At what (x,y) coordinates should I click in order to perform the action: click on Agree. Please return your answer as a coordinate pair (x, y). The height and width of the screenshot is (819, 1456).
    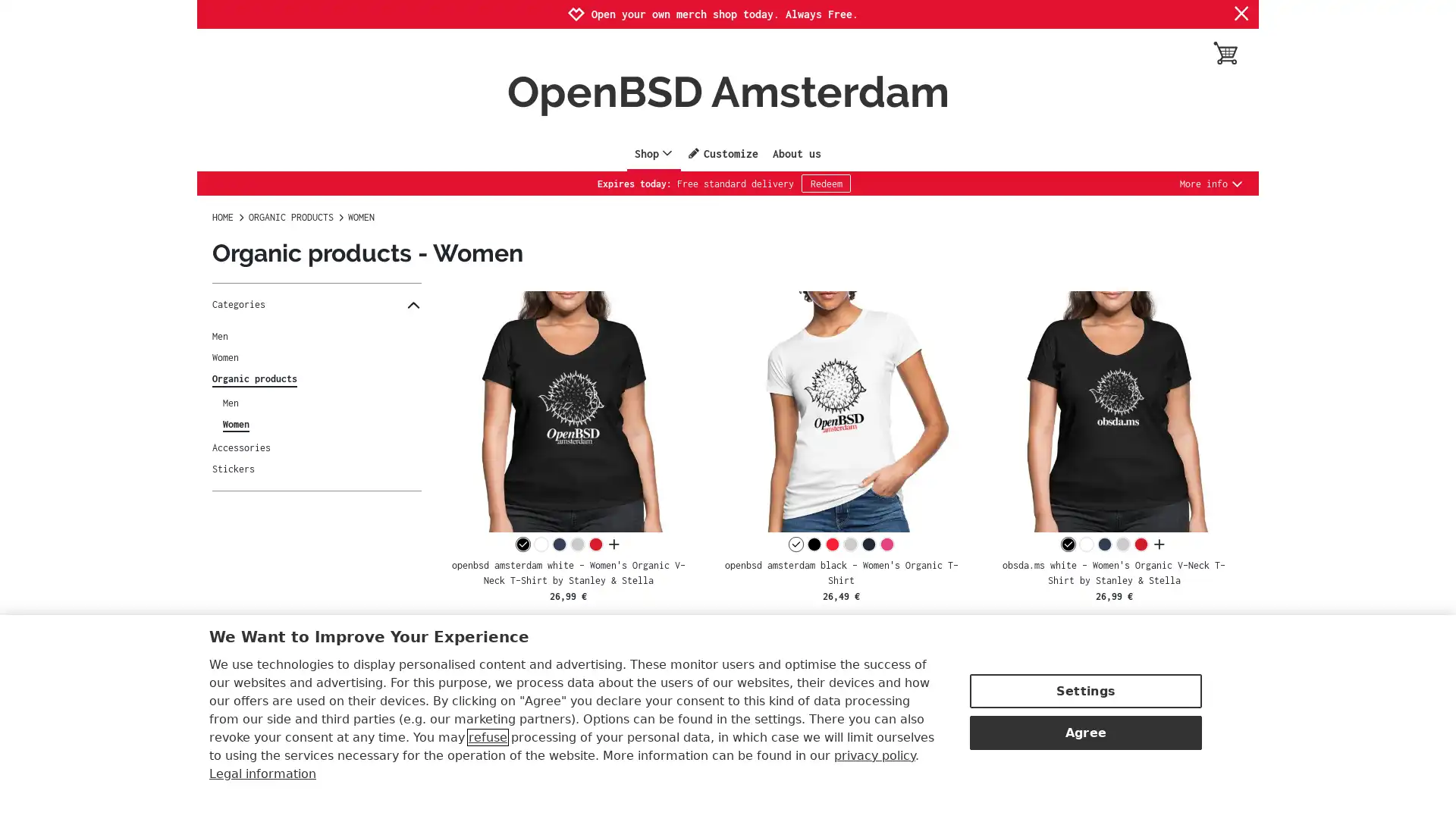
    Looking at the image, I should click on (1084, 730).